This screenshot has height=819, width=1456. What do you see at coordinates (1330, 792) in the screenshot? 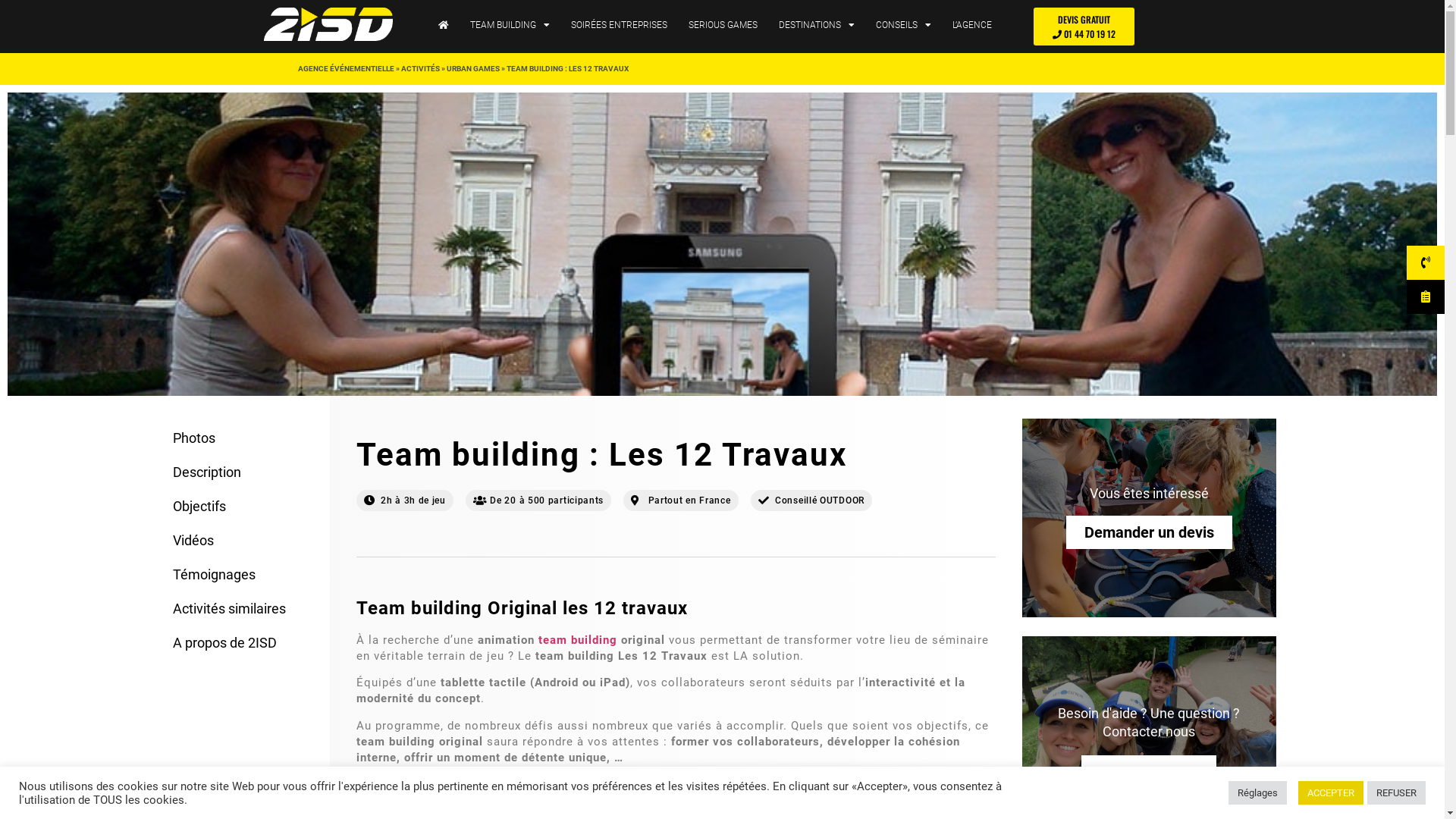
I see `'ACCEPTER'` at bounding box center [1330, 792].